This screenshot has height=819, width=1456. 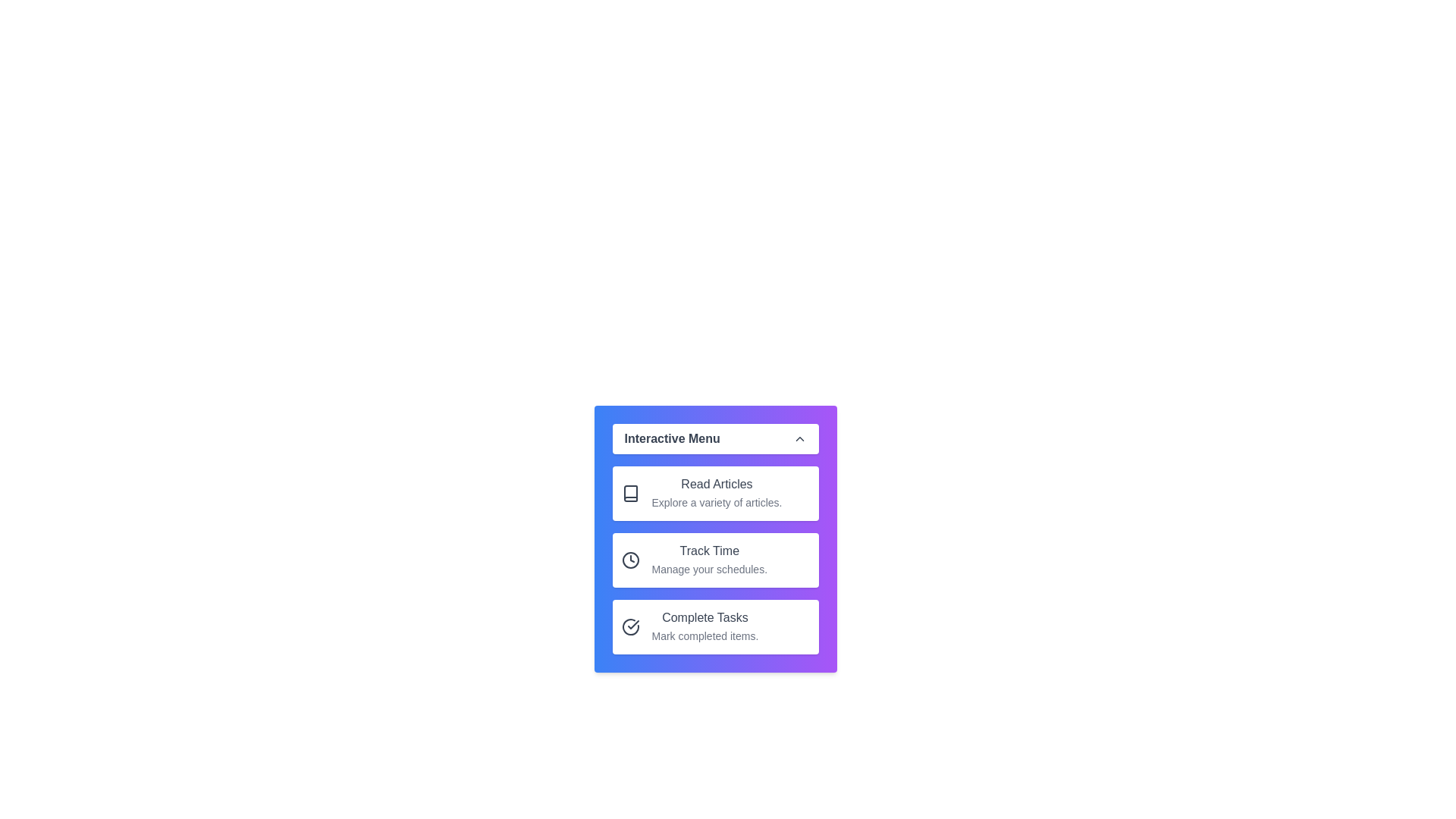 I want to click on the menu item with the title Track Time, so click(x=714, y=560).